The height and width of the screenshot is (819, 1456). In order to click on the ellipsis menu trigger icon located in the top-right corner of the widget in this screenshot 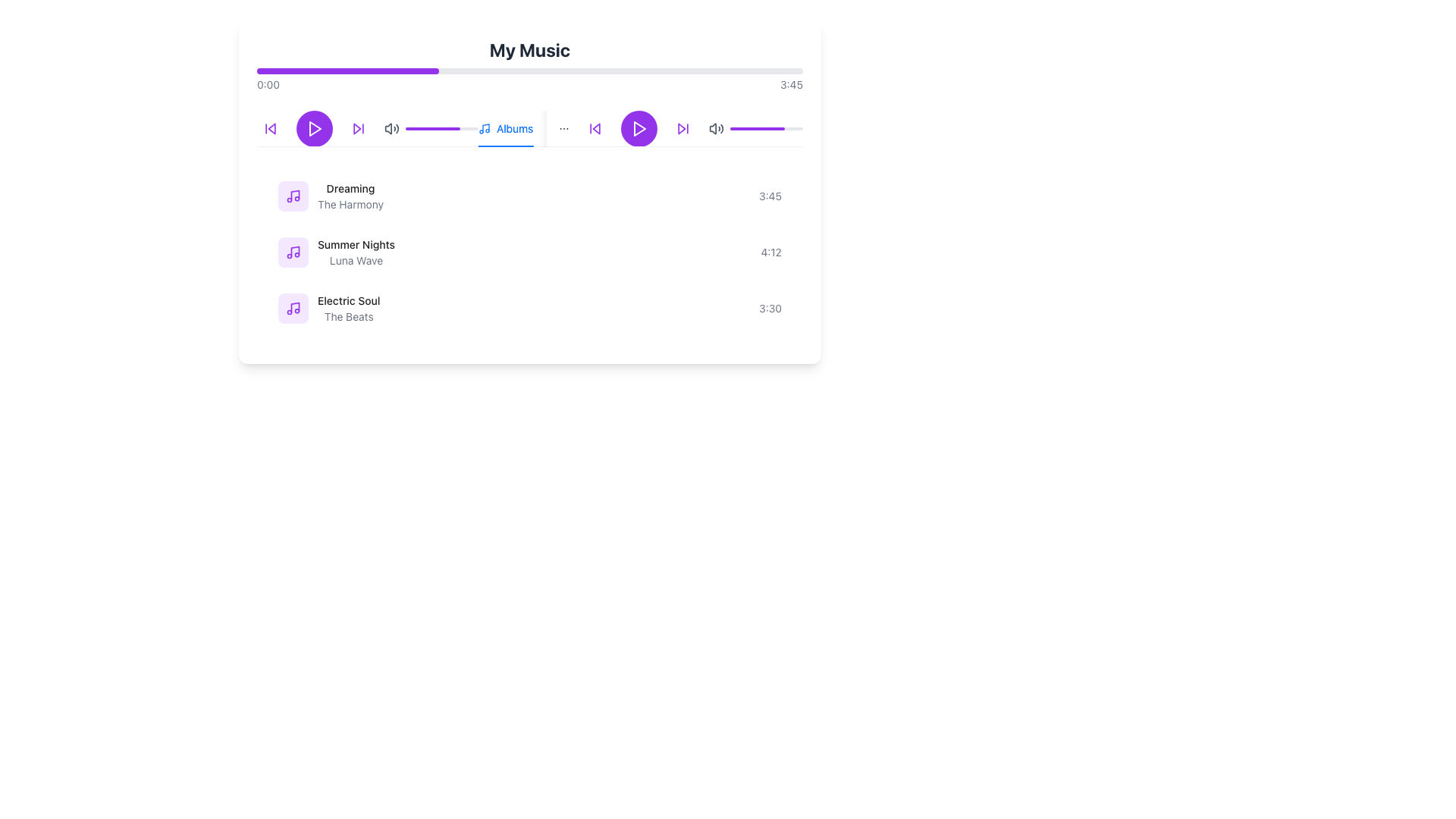, I will do `click(563, 127)`.